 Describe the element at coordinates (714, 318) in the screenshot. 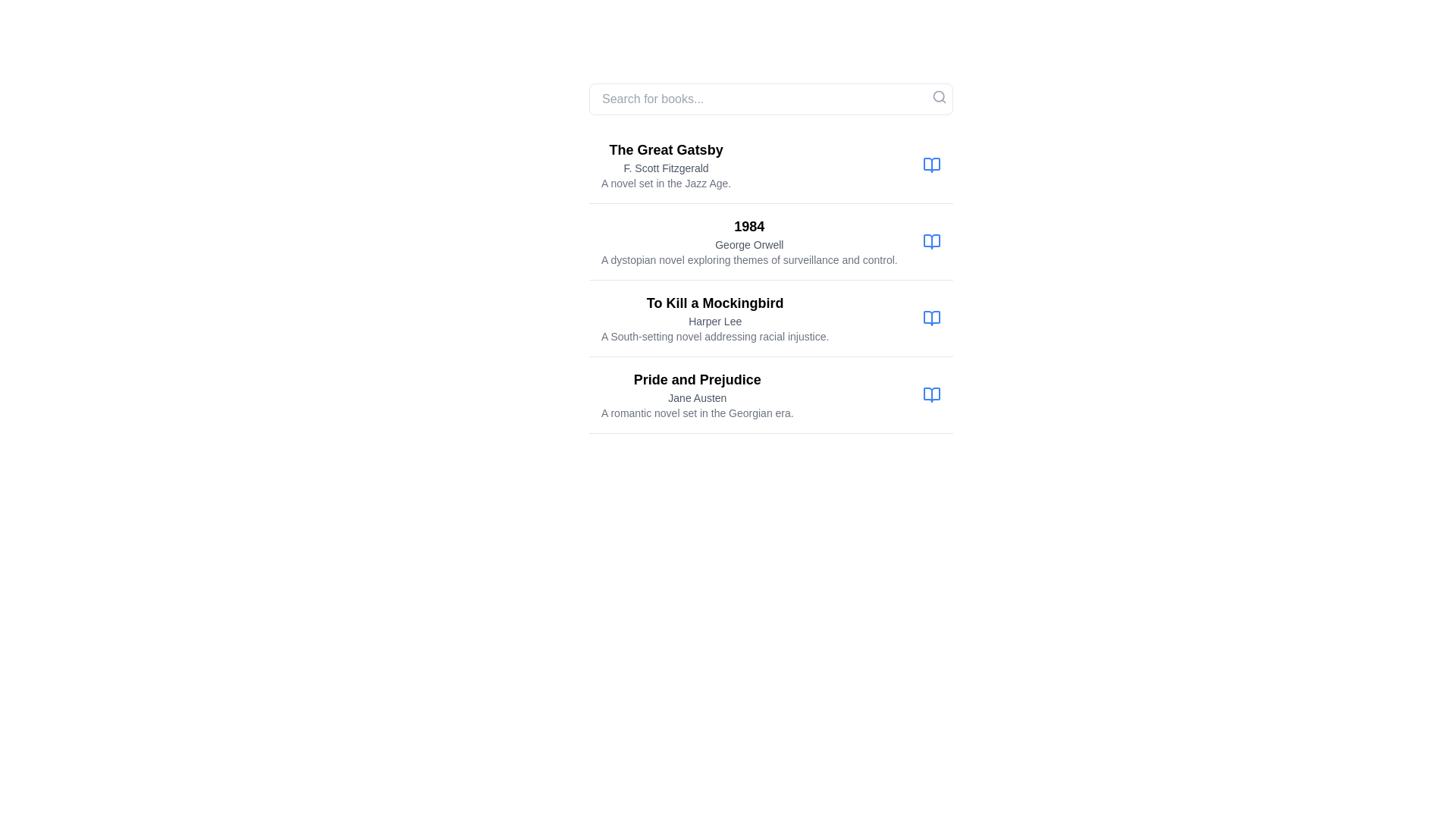

I see `the text-based informational component displaying 'To Kill a Mockingbird' by Harper Lee, which is the third entry in the list layout` at that location.